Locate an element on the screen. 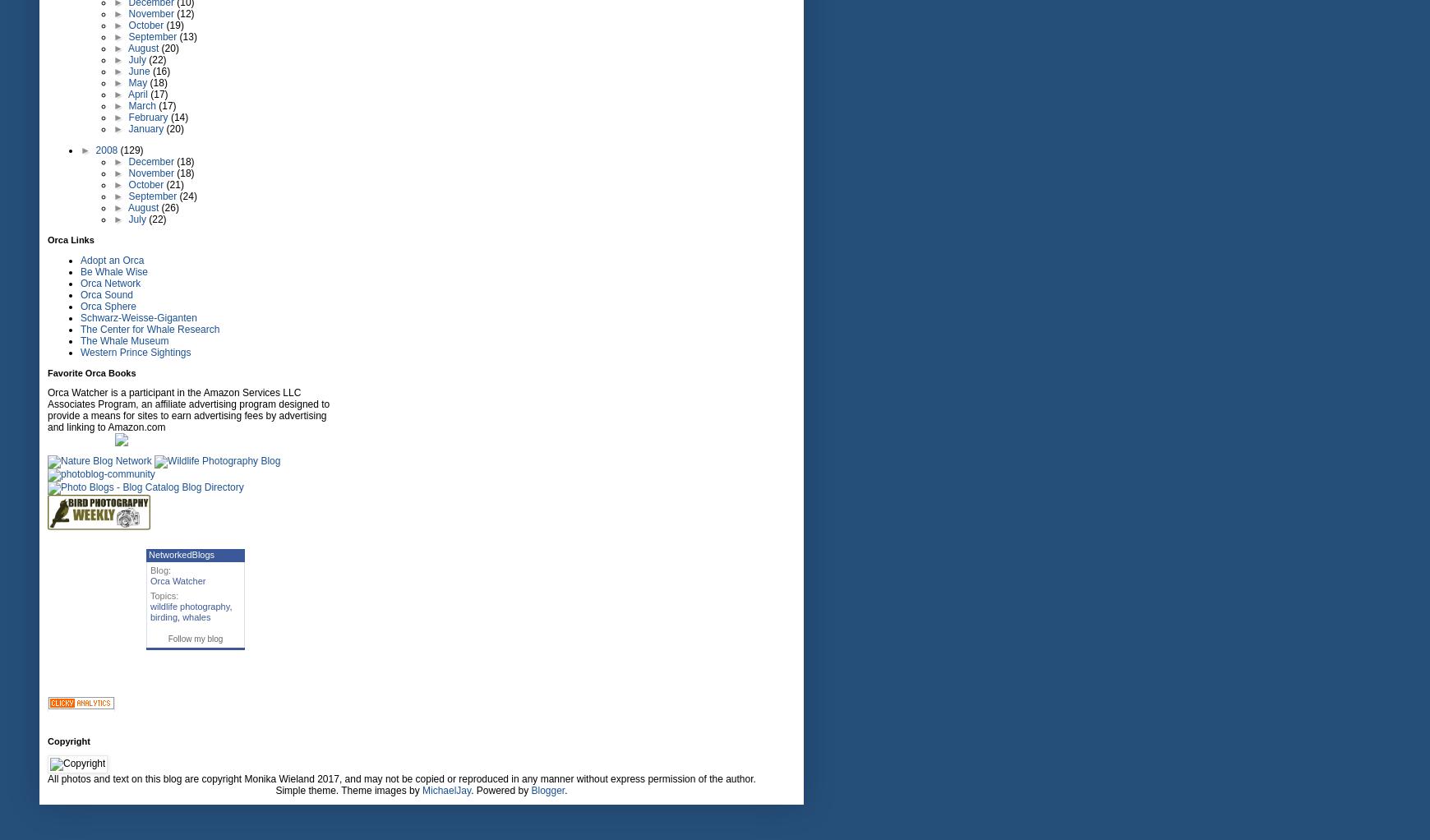  'January' is located at coordinates (146, 127).